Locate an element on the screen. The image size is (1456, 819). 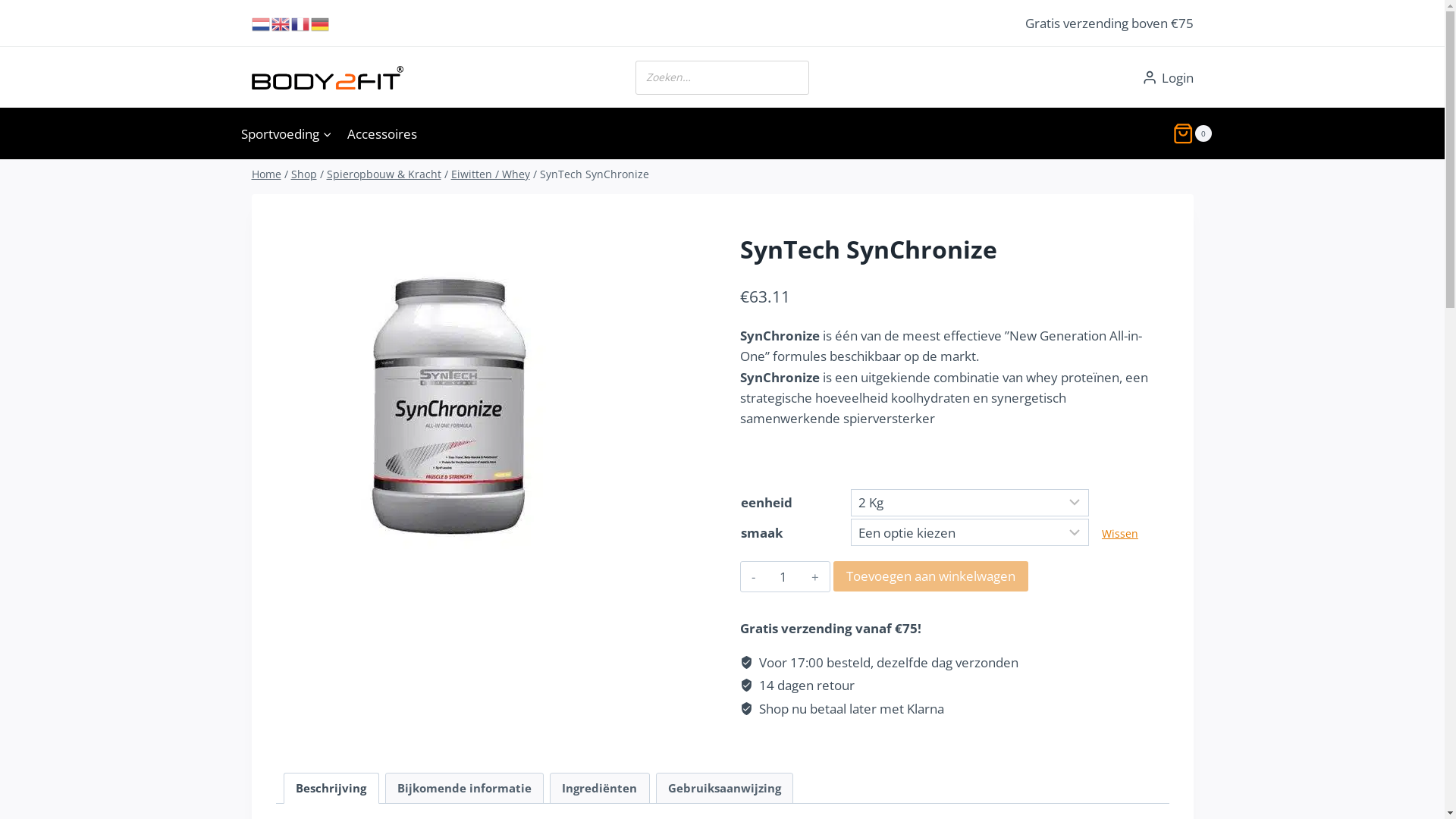
'SynChronize-Syntech' is located at coordinates (451, 394).